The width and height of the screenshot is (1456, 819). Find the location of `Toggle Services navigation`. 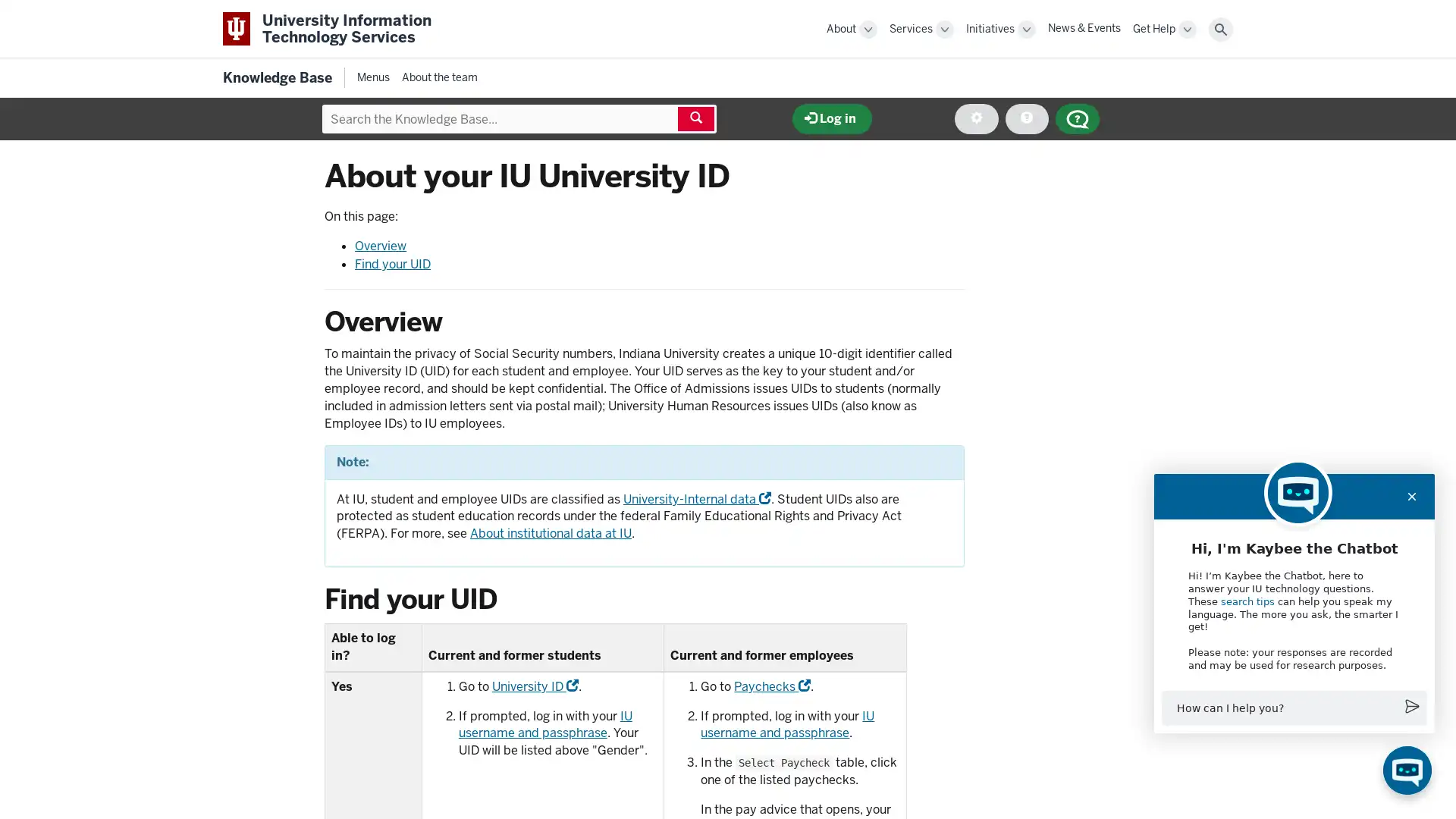

Toggle Services navigation is located at coordinates (944, 29).